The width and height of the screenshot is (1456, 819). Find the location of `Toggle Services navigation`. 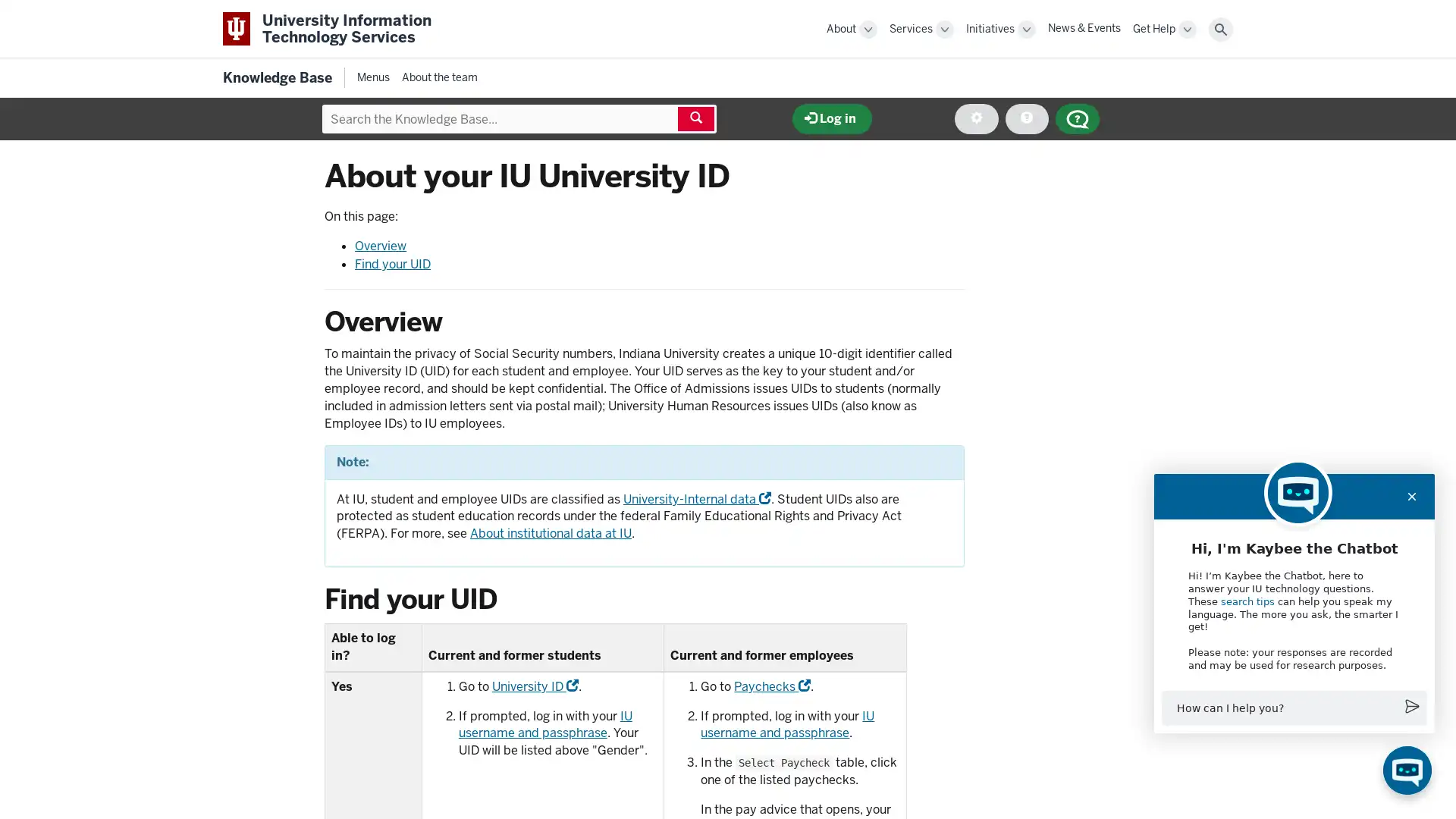

Toggle Services navigation is located at coordinates (944, 29).